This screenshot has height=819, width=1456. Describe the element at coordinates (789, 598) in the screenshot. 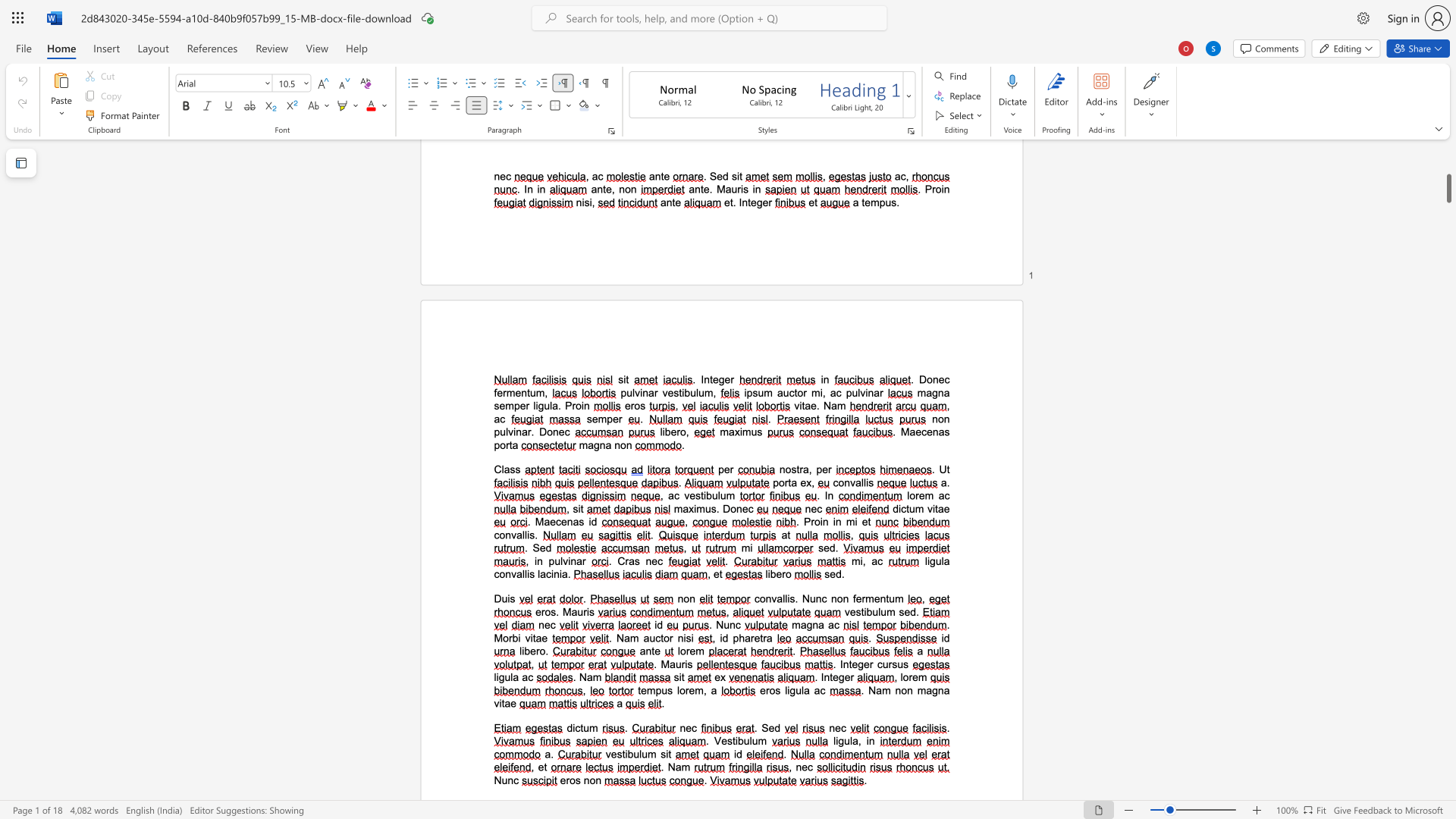

I see `the space between the continuous character "i" and "s" in the text` at that location.